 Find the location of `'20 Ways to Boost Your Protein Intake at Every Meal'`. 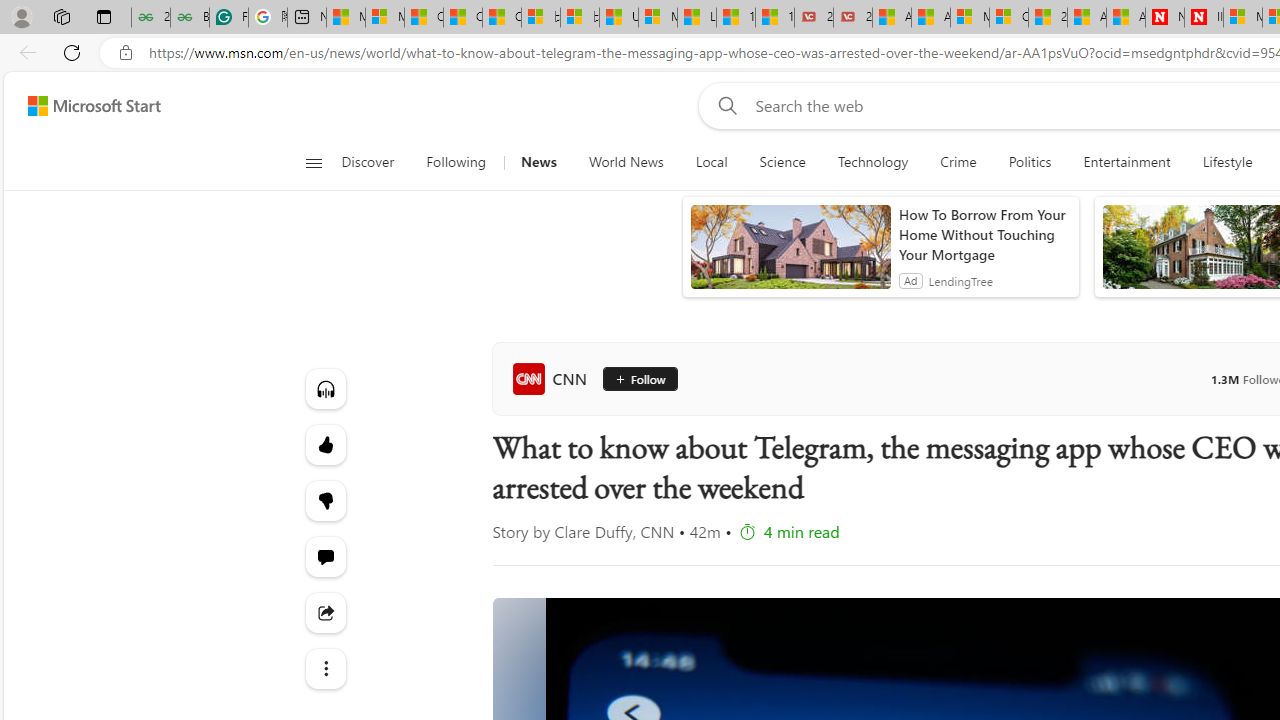

'20 Ways to Boost Your Protein Intake at Every Meal' is located at coordinates (1047, 17).